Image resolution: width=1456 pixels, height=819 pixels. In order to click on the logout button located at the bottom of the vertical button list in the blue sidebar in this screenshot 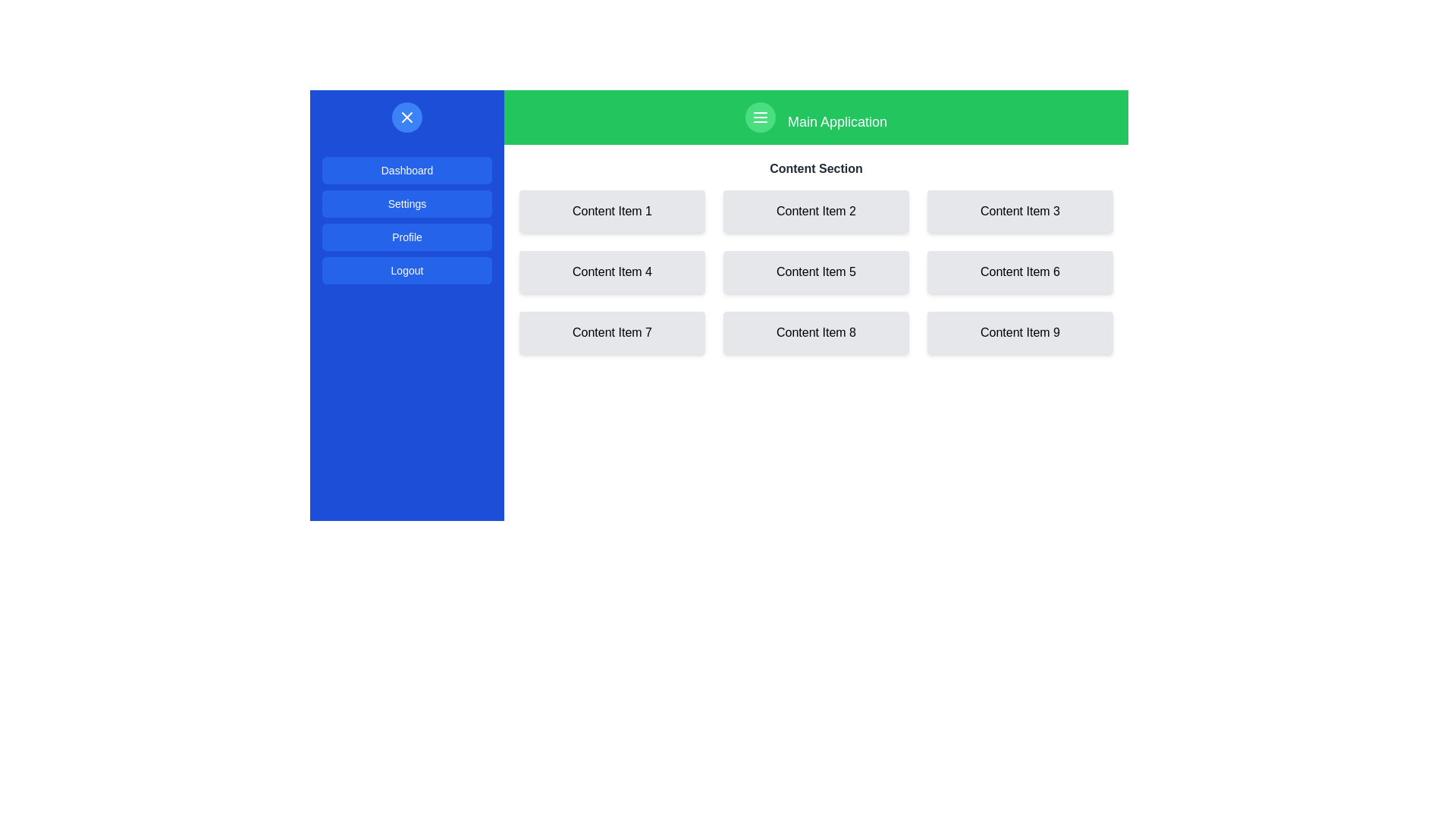, I will do `click(407, 270)`.